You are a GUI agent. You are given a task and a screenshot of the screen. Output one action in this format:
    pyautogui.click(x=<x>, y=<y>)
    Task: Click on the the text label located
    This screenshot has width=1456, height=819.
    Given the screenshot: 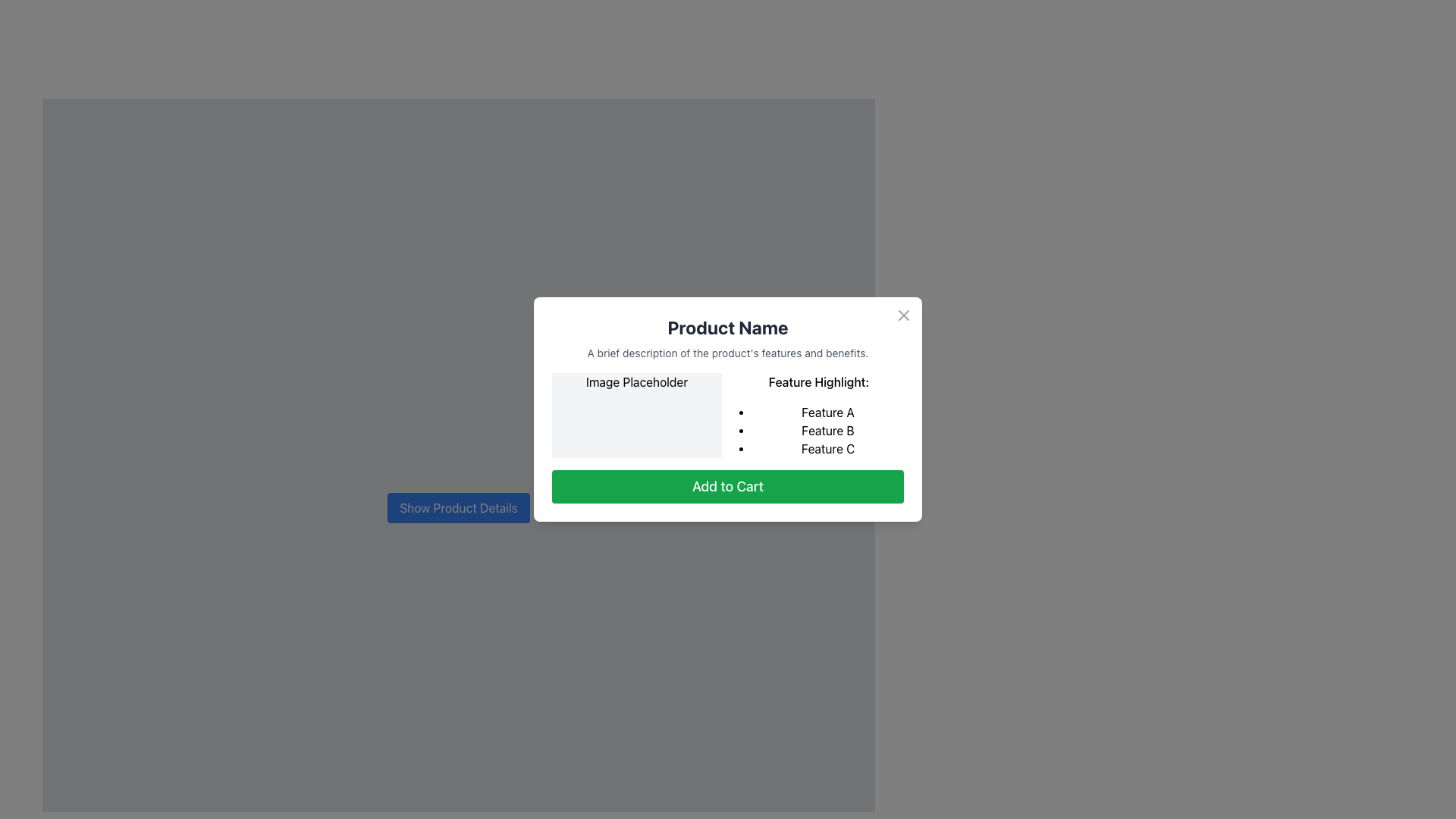 What is the action you would take?
    pyautogui.click(x=818, y=381)
    